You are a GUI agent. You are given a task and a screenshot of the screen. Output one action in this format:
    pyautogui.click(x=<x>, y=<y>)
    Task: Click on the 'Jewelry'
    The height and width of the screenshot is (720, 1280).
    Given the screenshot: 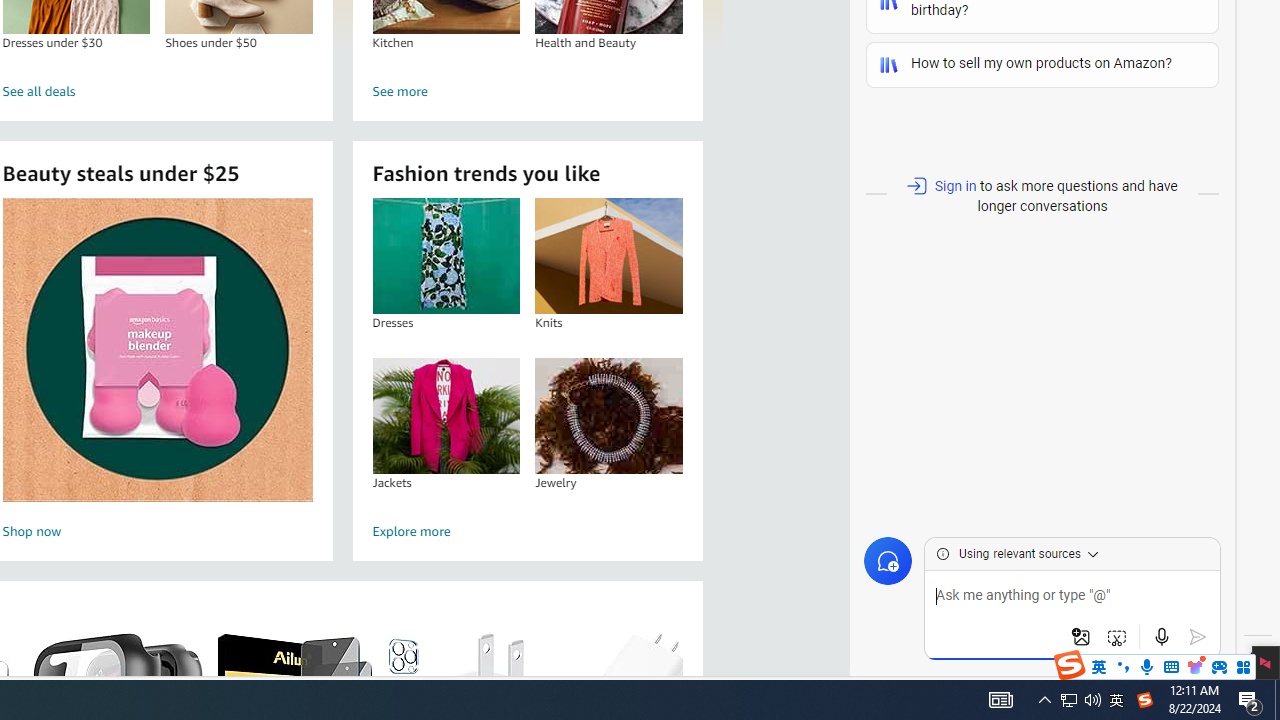 What is the action you would take?
    pyautogui.click(x=607, y=414)
    